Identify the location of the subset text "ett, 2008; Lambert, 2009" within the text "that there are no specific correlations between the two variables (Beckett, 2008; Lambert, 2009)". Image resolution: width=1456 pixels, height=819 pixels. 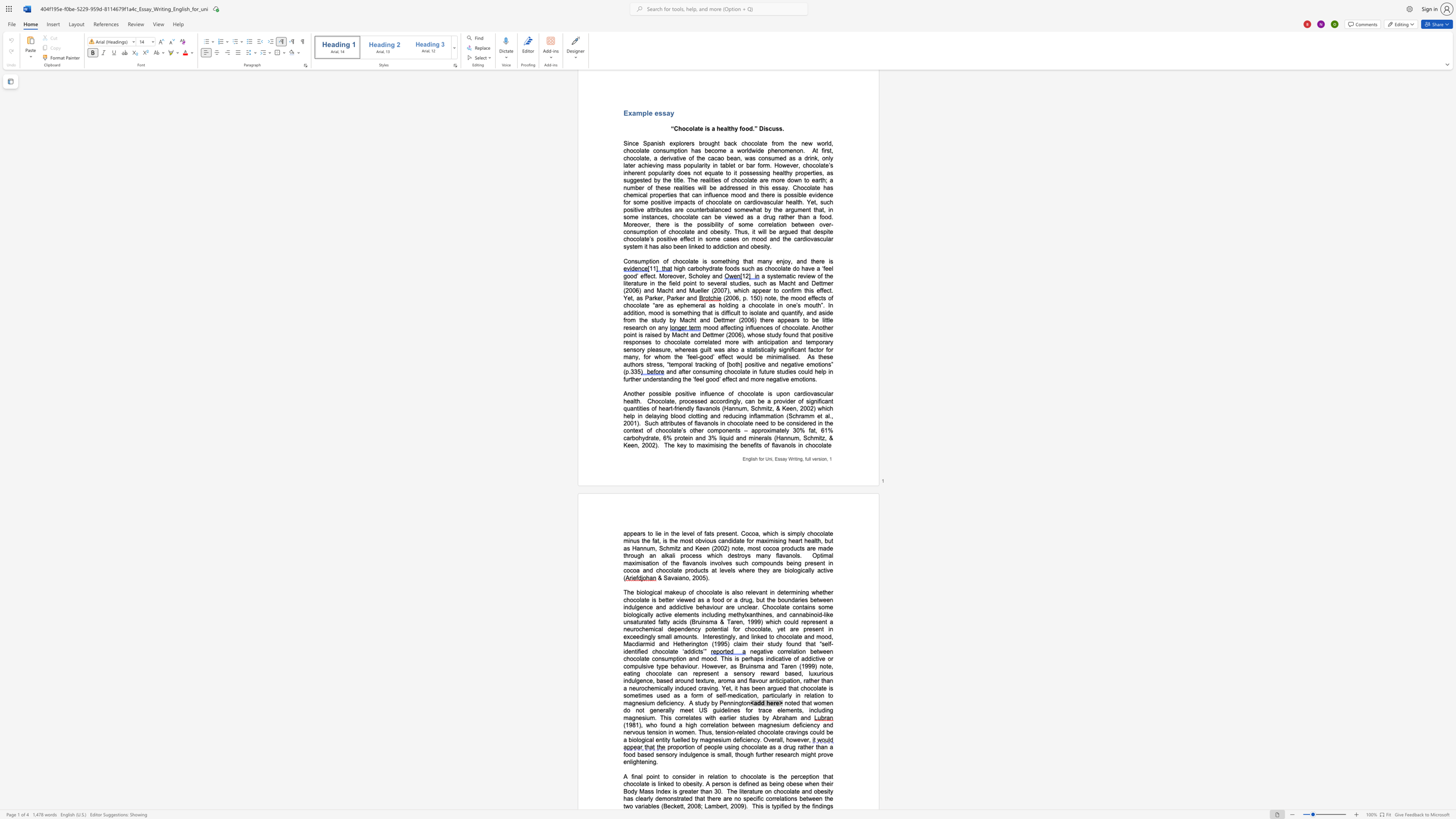
(677, 806).